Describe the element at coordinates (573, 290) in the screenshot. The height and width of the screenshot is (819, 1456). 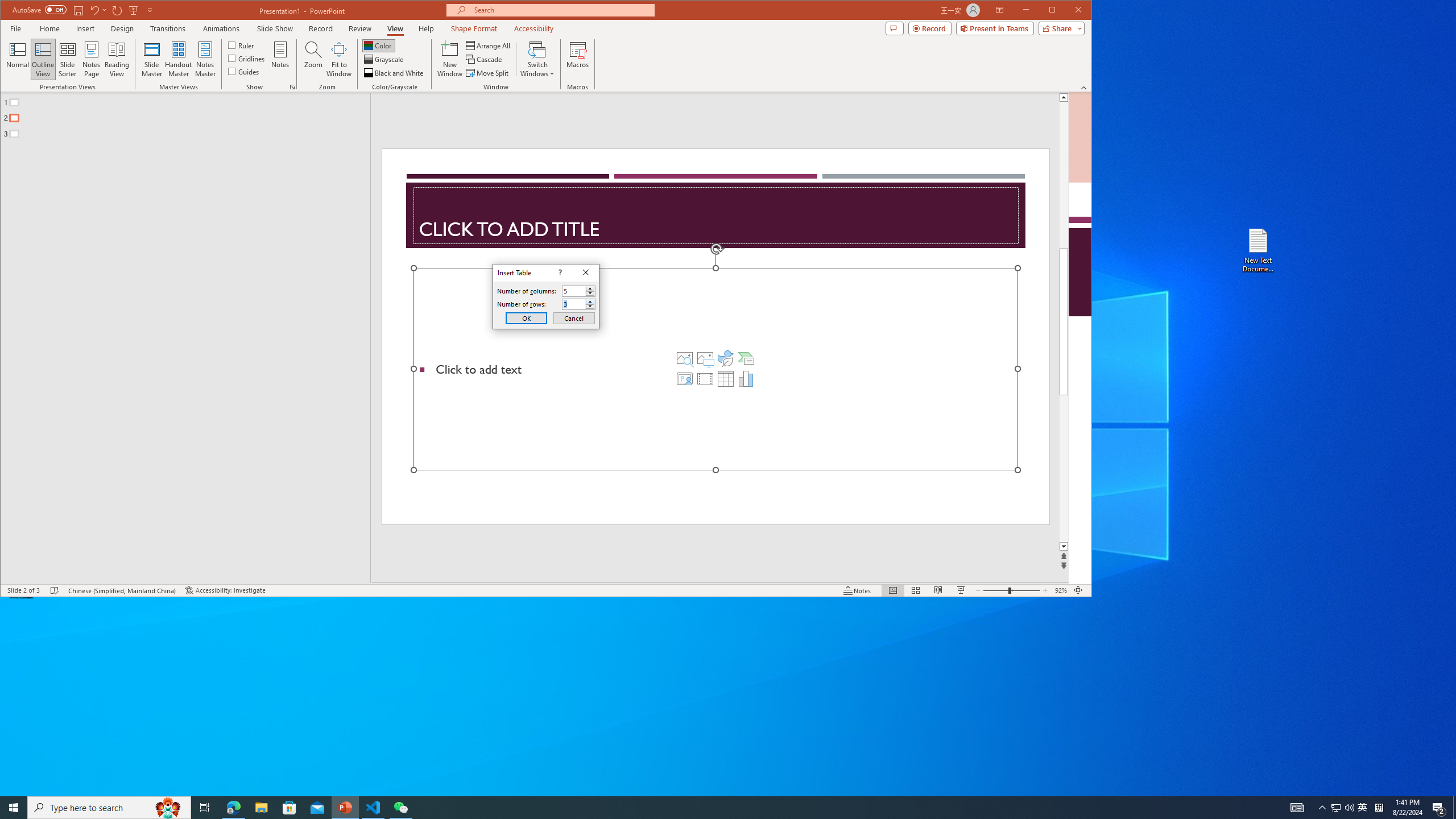
I see `'Number of columns'` at that location.